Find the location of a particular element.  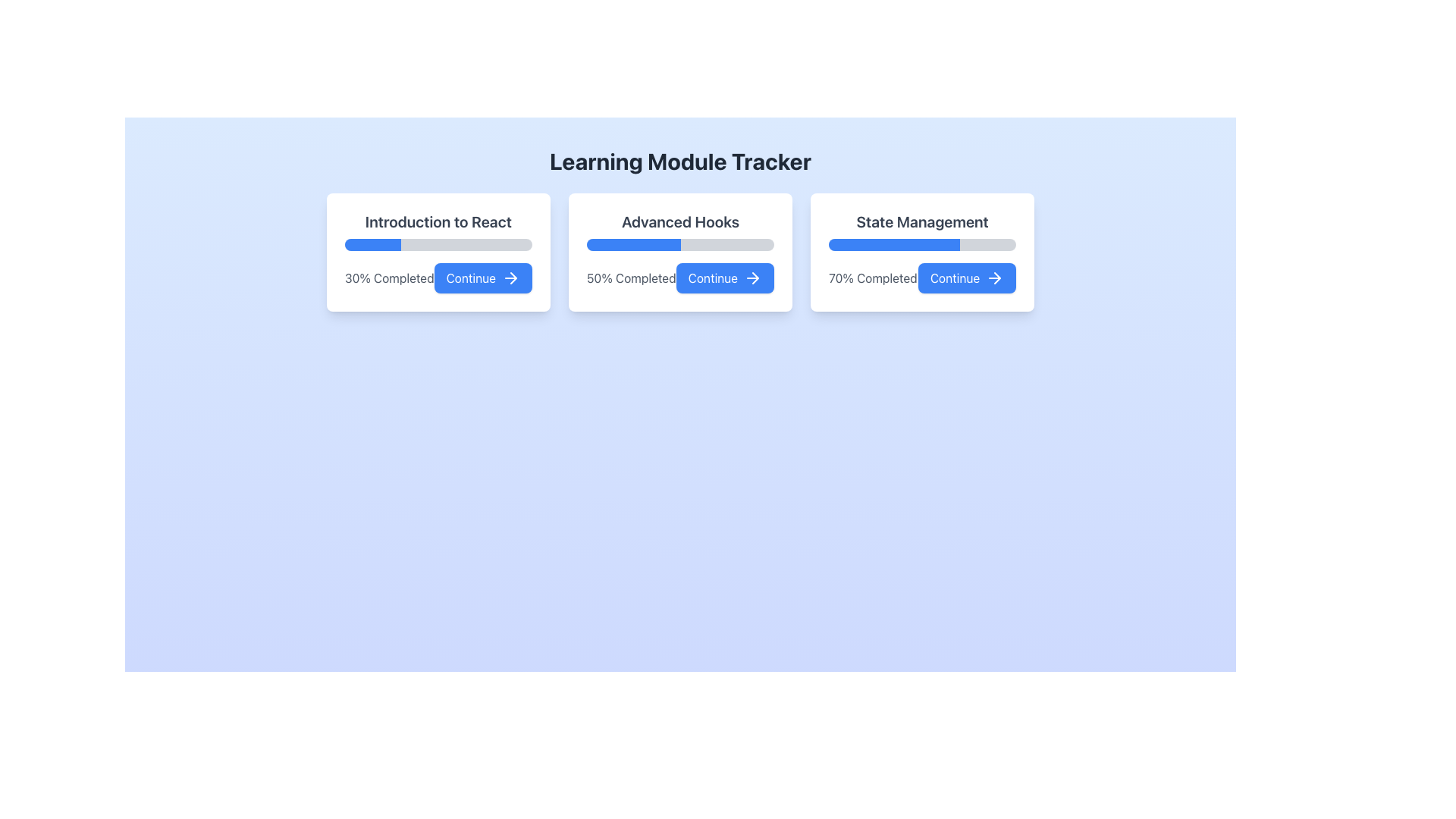

the text label element displaying '30% Completed', which is styled in gray and situated to the left of the 'Continue' button is located at coordinates (389, 278).